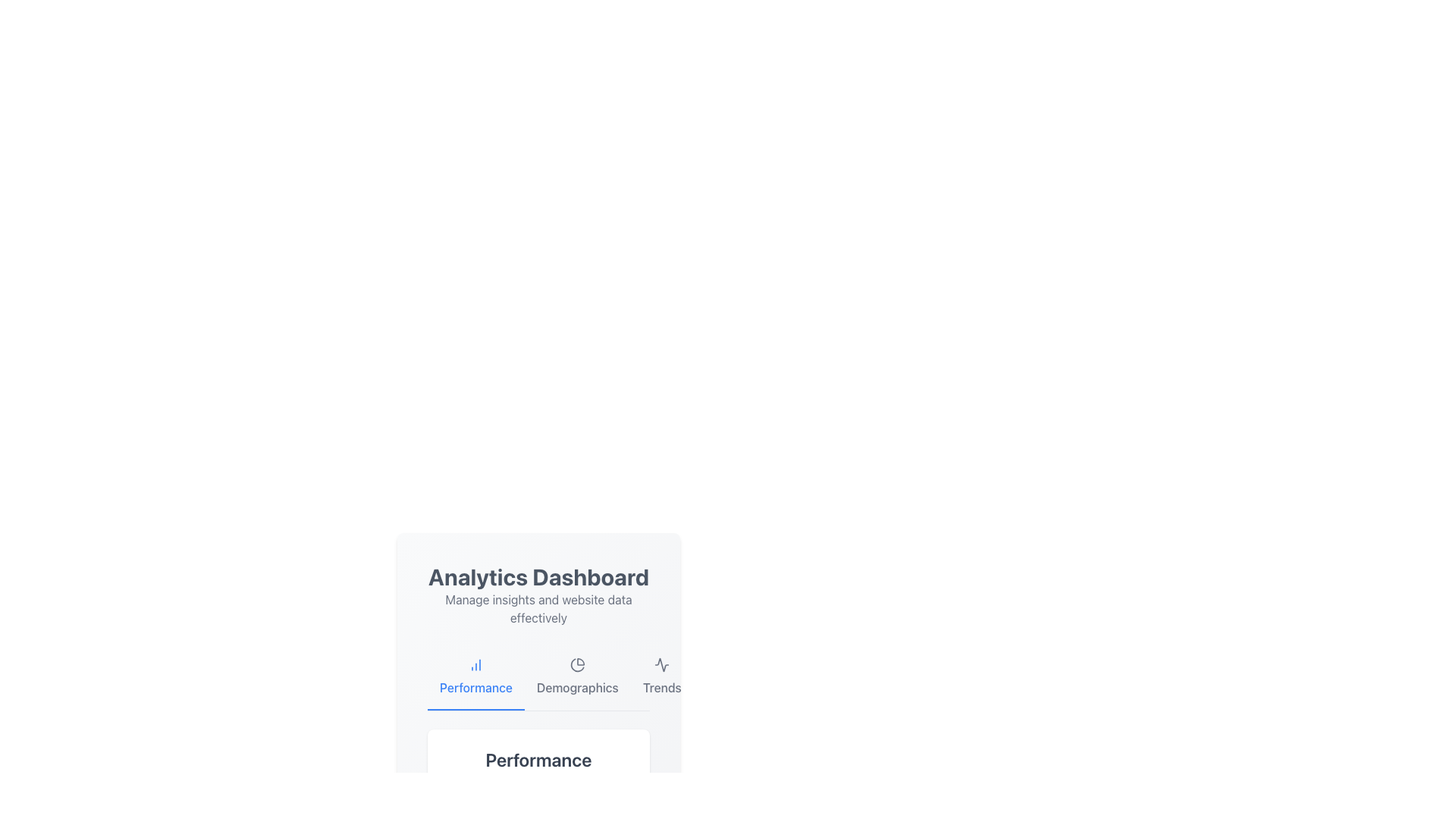 The image size is (1456, 819). Describe the element at coordinates (576, 677) in the screenshot. I see `the navigation button for demographic data, which is located between the 'Performance' section and the 'Trends' section` at that location.